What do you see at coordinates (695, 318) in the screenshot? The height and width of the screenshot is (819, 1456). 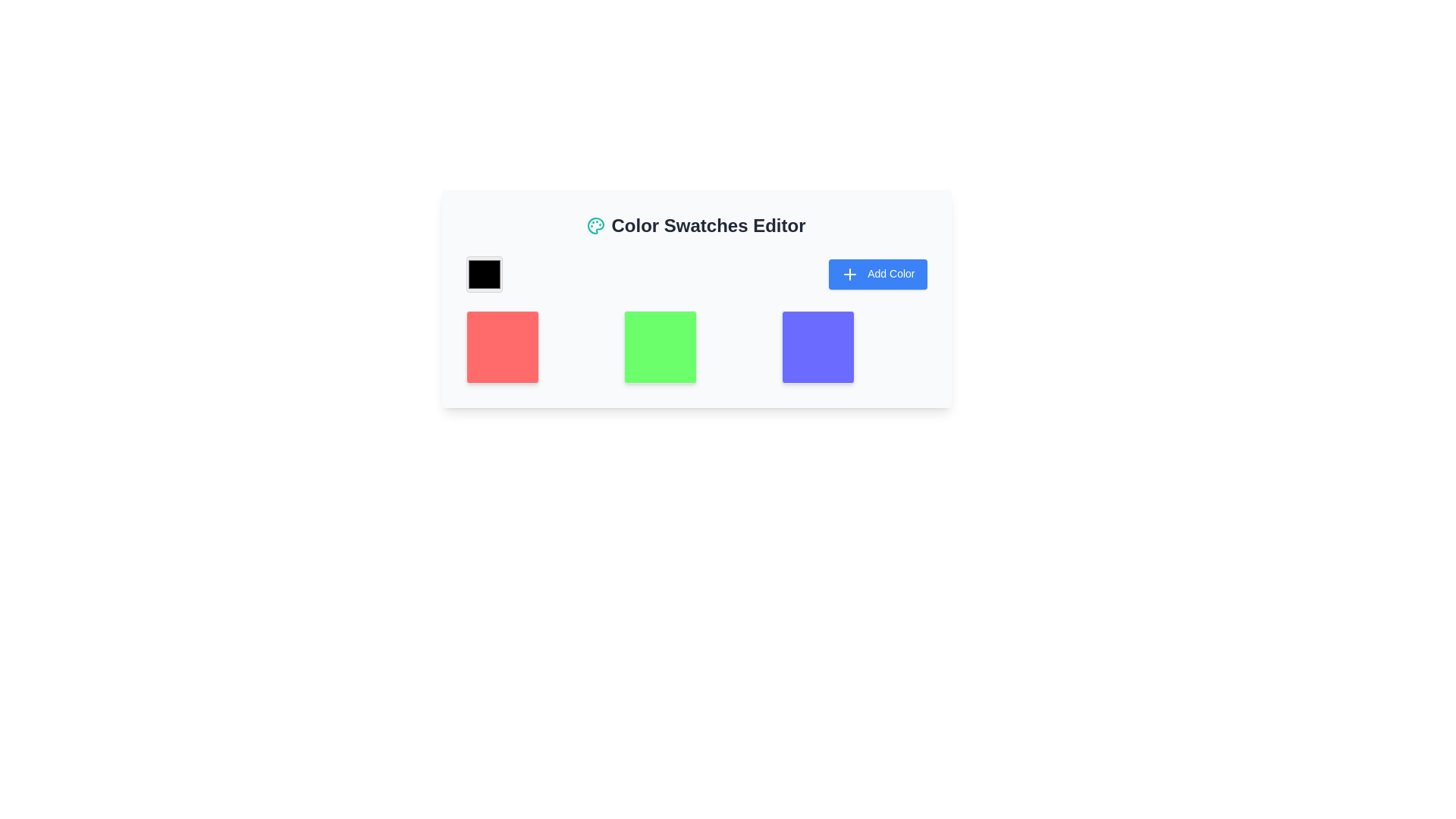 I see `the interactive green color swatch with rounded corners positioned between a red square on the left and a blue square on the right` at bounding box center [695, 318].